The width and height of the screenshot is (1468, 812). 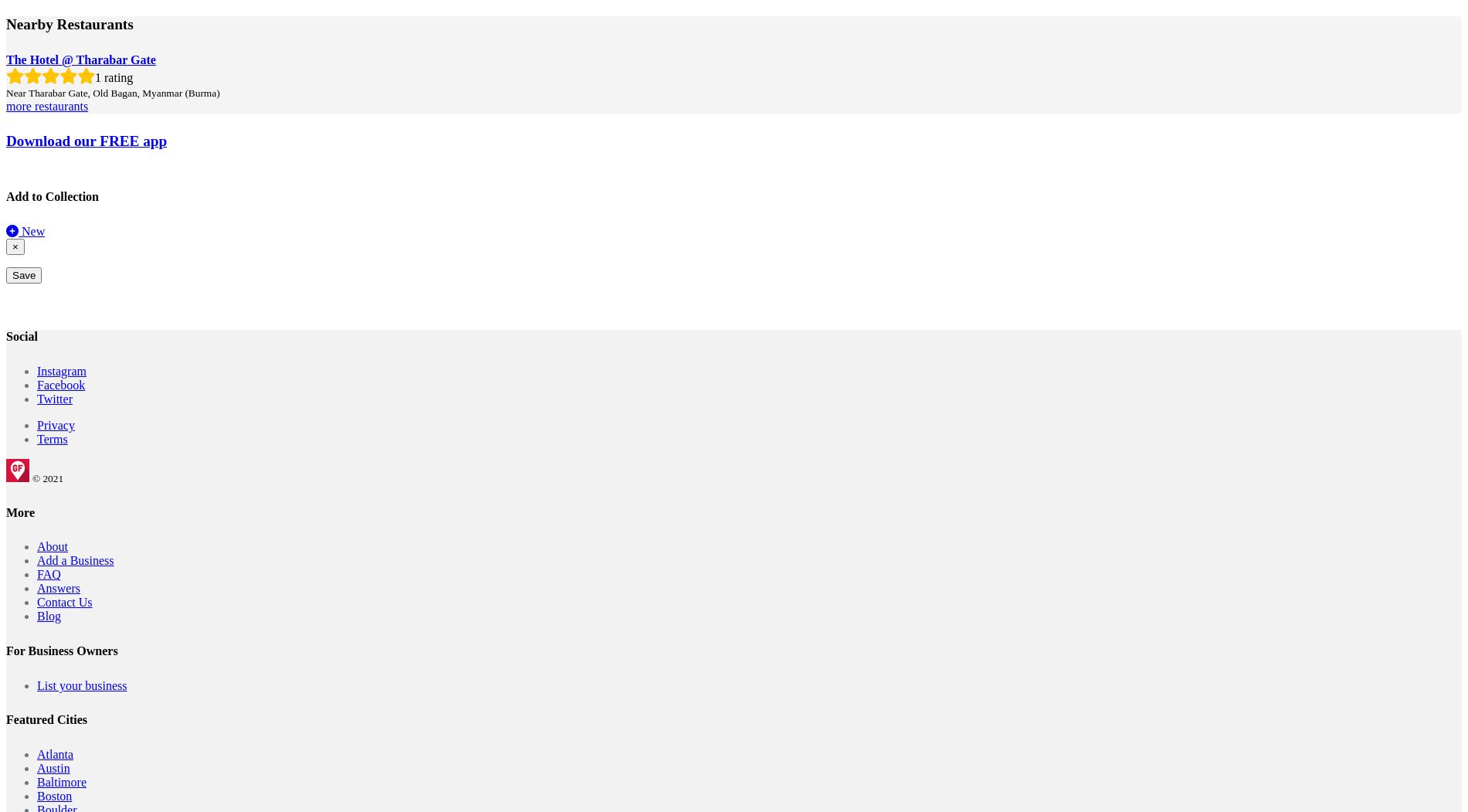 What do you see at coordinates (5, 24) in the screenshot?
I see `'Nearby Restaurants'` at bounding box center [5, 24].